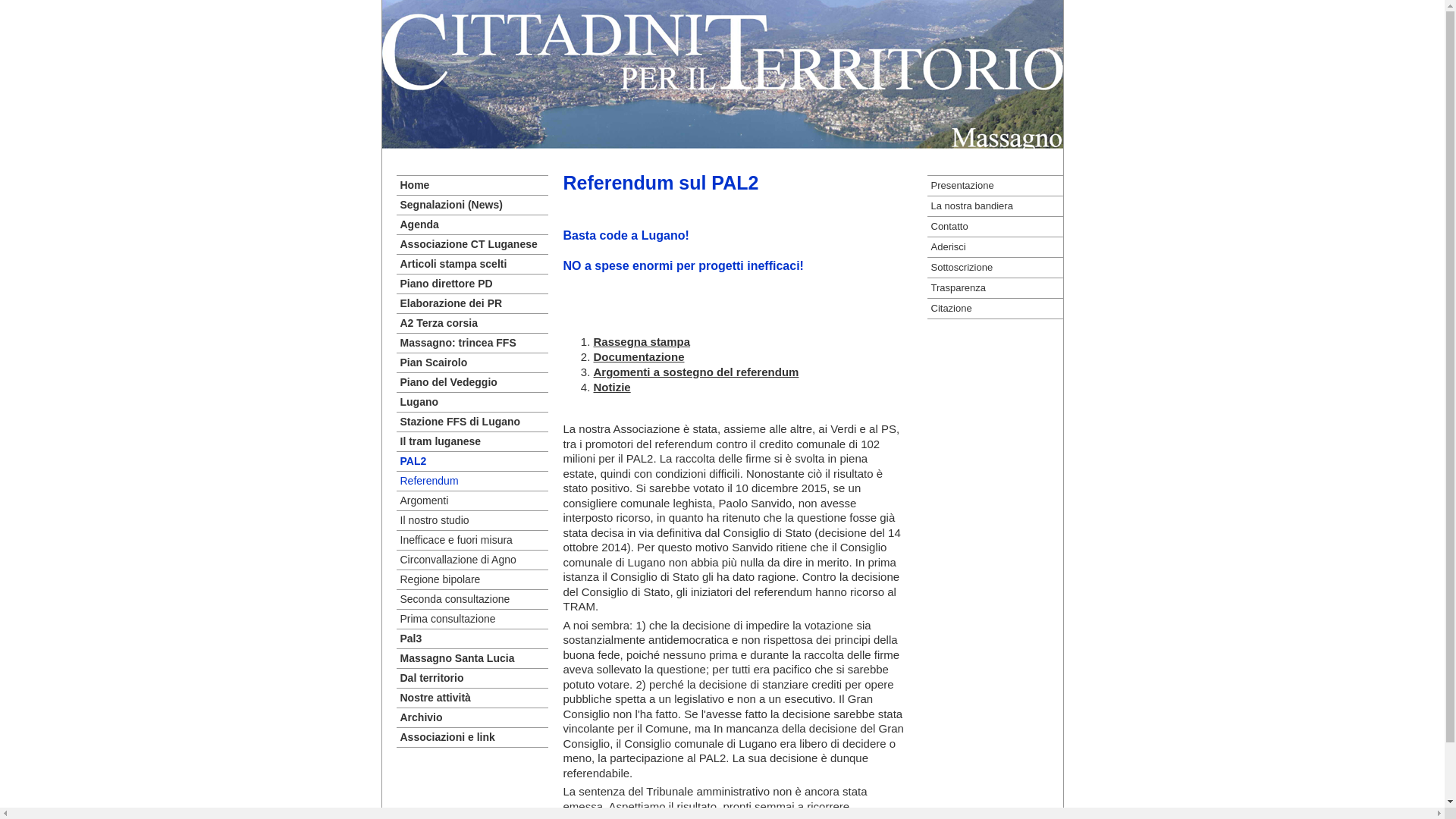 The width and height of the screenshot is (1456, 819). Describe the element at coordinates (638, 356) in the screenshot. I see `'Documentazione'` at that location.